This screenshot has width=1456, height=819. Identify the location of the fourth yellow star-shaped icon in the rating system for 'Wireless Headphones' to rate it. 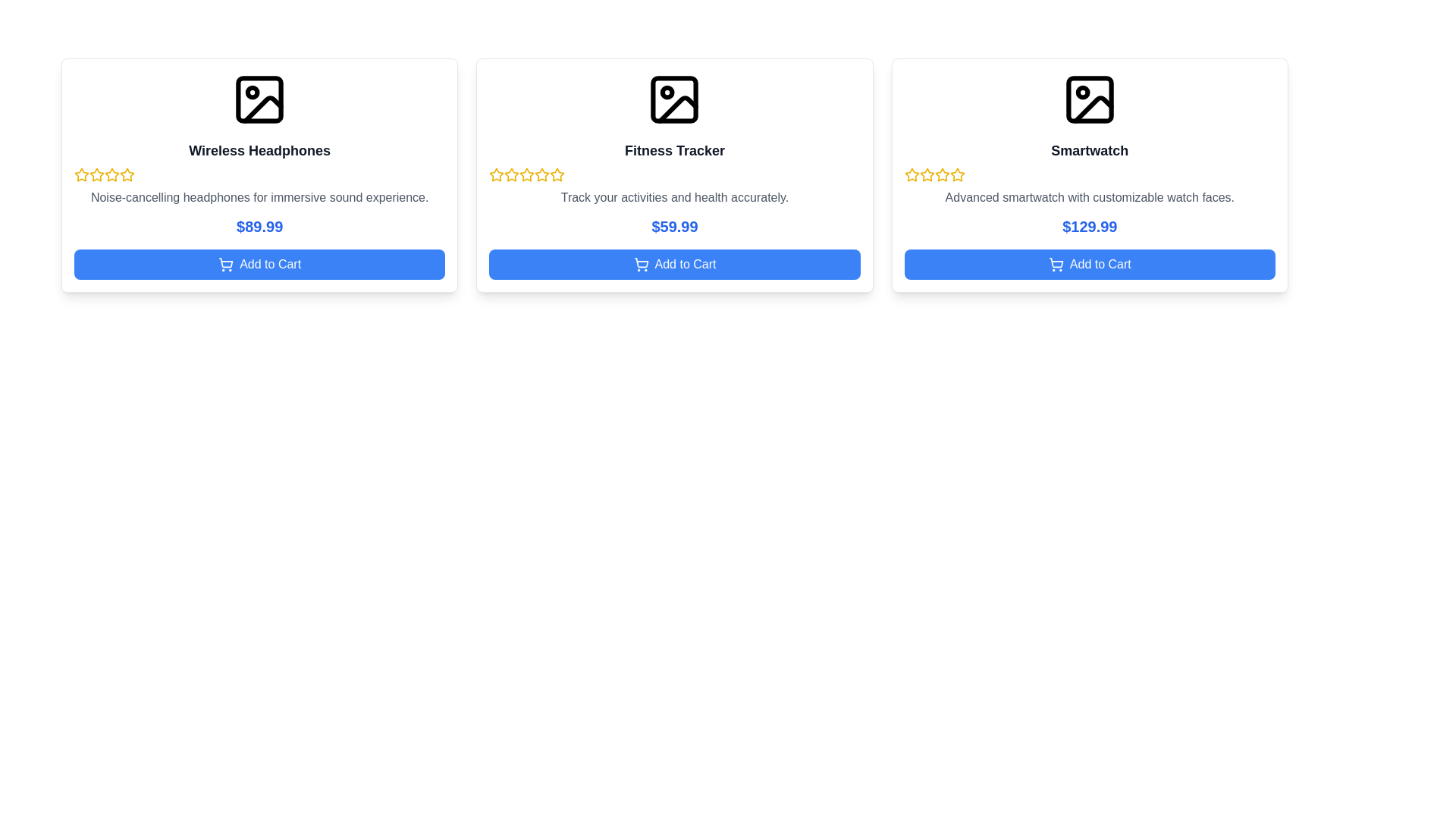
(127, 174).